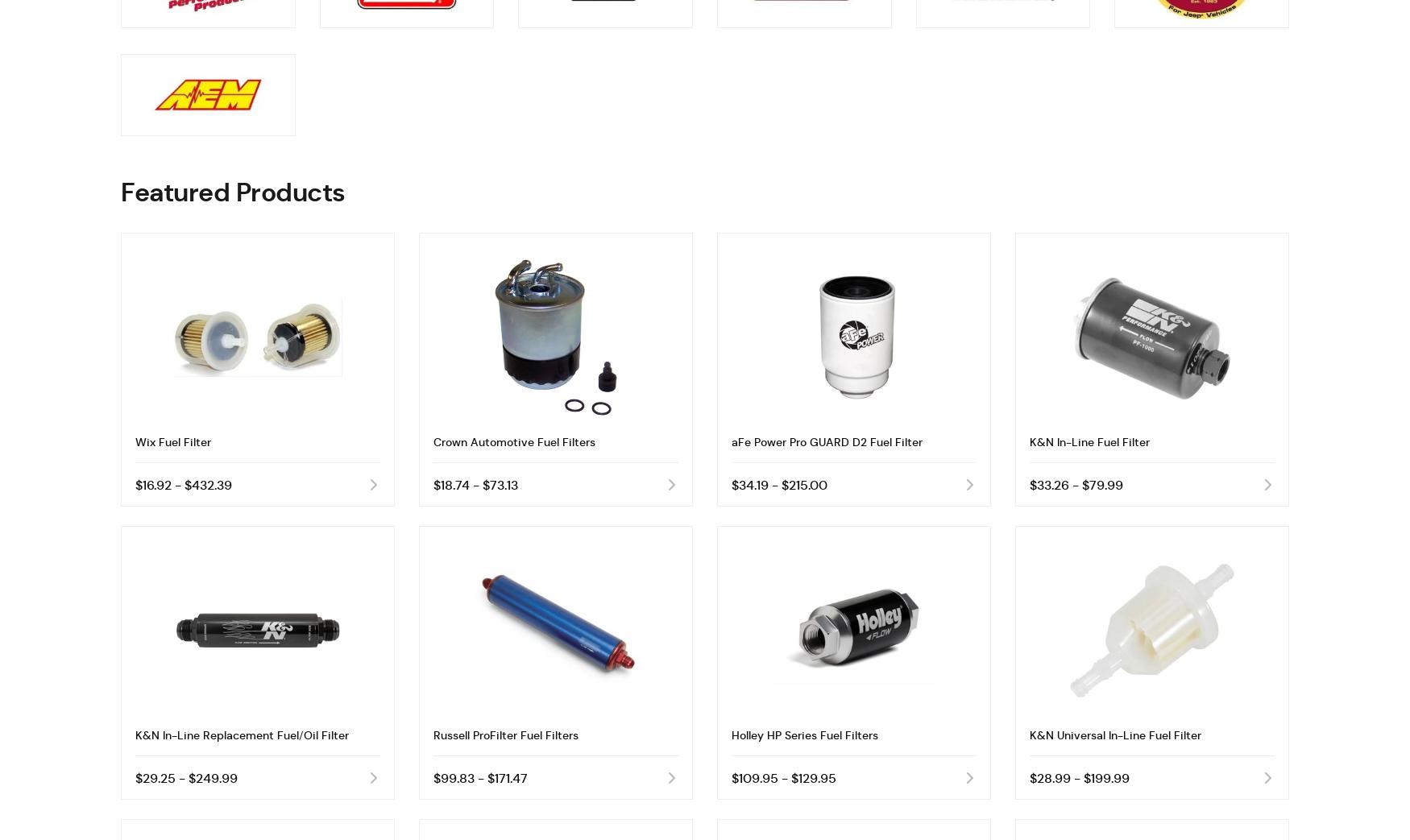 This screenshot has height=840, width=1410. Describe the element at coordinates (500, 484) in the screenshot. I see `'$73.13'` at that location.